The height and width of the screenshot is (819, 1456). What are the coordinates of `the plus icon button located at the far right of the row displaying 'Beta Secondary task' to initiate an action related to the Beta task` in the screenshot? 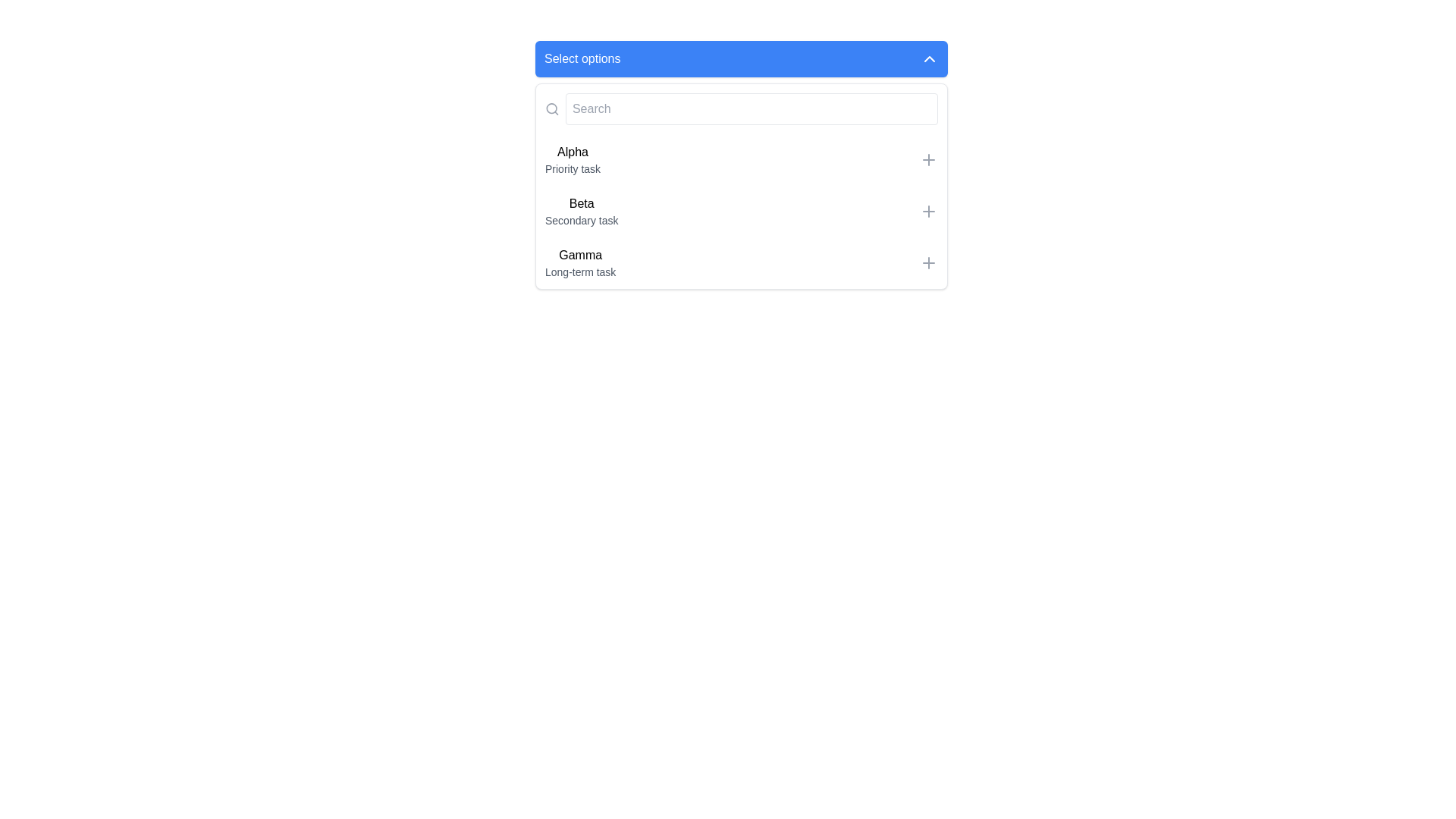 It's located at (927, 211).